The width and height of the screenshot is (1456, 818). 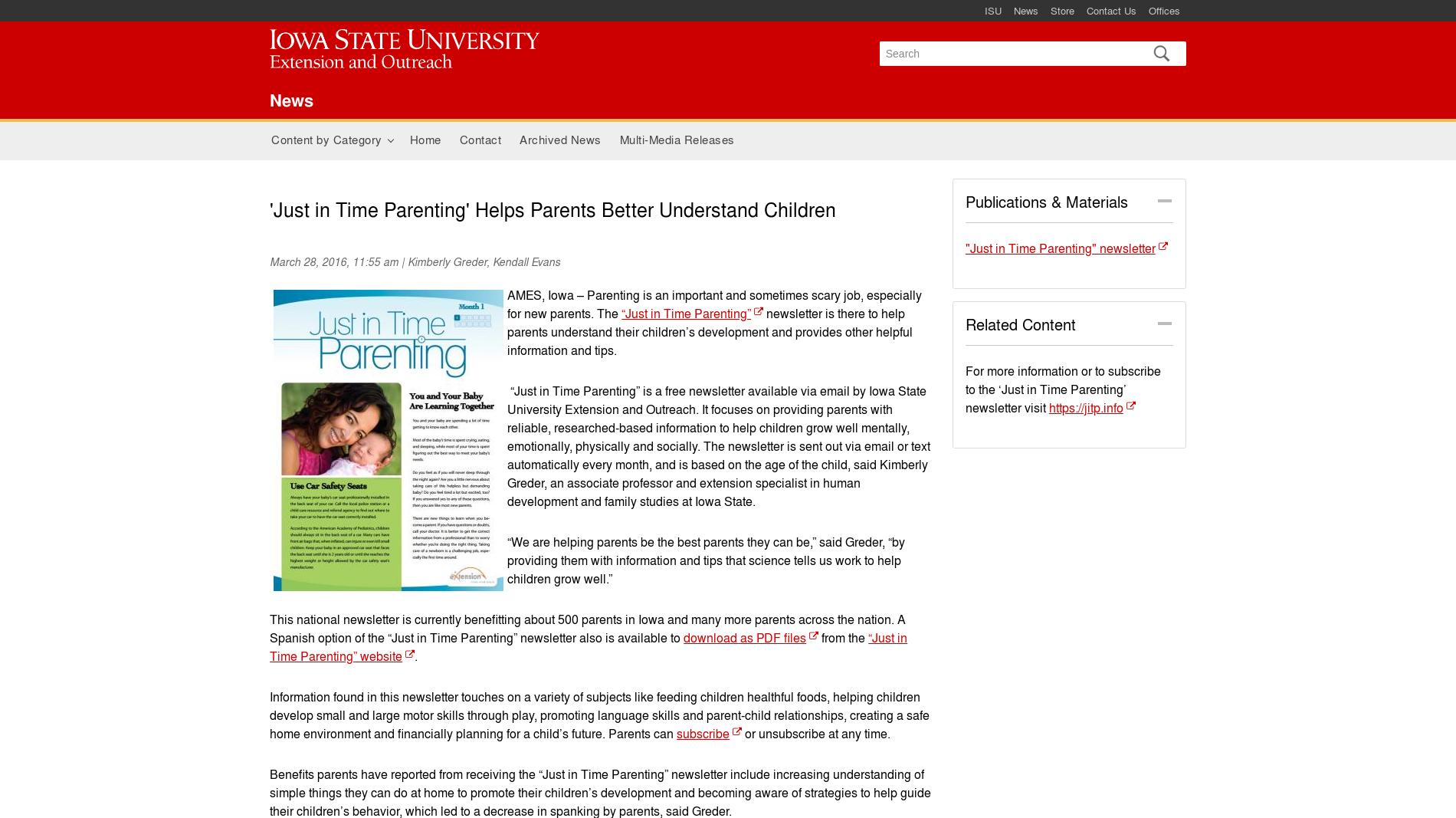 What do you see at coordinates (598, 715) in the screenshot?
I see `'Information found in this newsletter touches on a variety of subjects like feeding children healthful foods, helping children develop small and large motor skills through play, promoting language skills and parent-child relationships, creating a safe home environment and financially planning for a child’s future. Parents can'` at bounding box center [598, 715].